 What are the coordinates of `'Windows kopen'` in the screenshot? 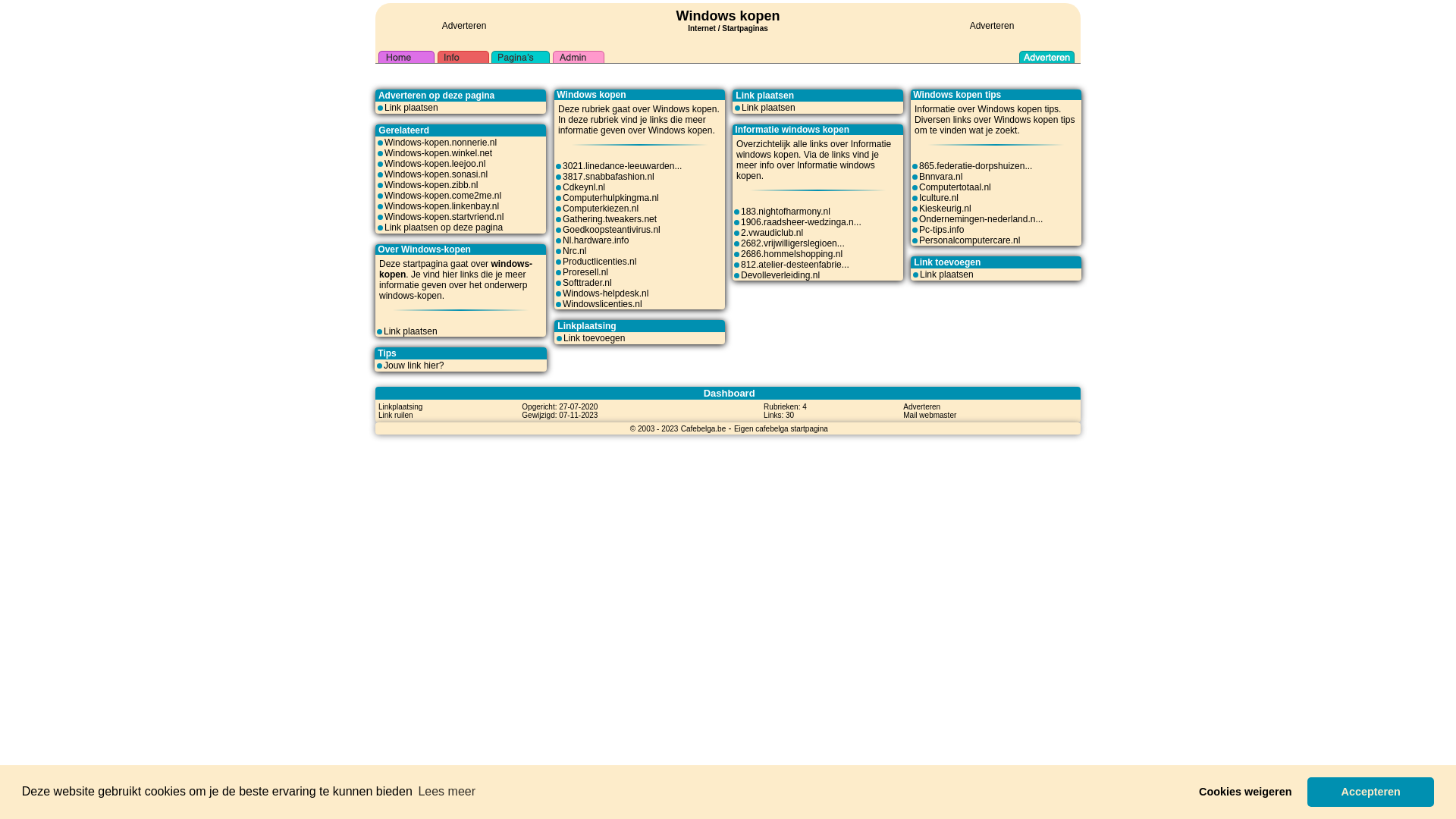 It's located at (676, 15).